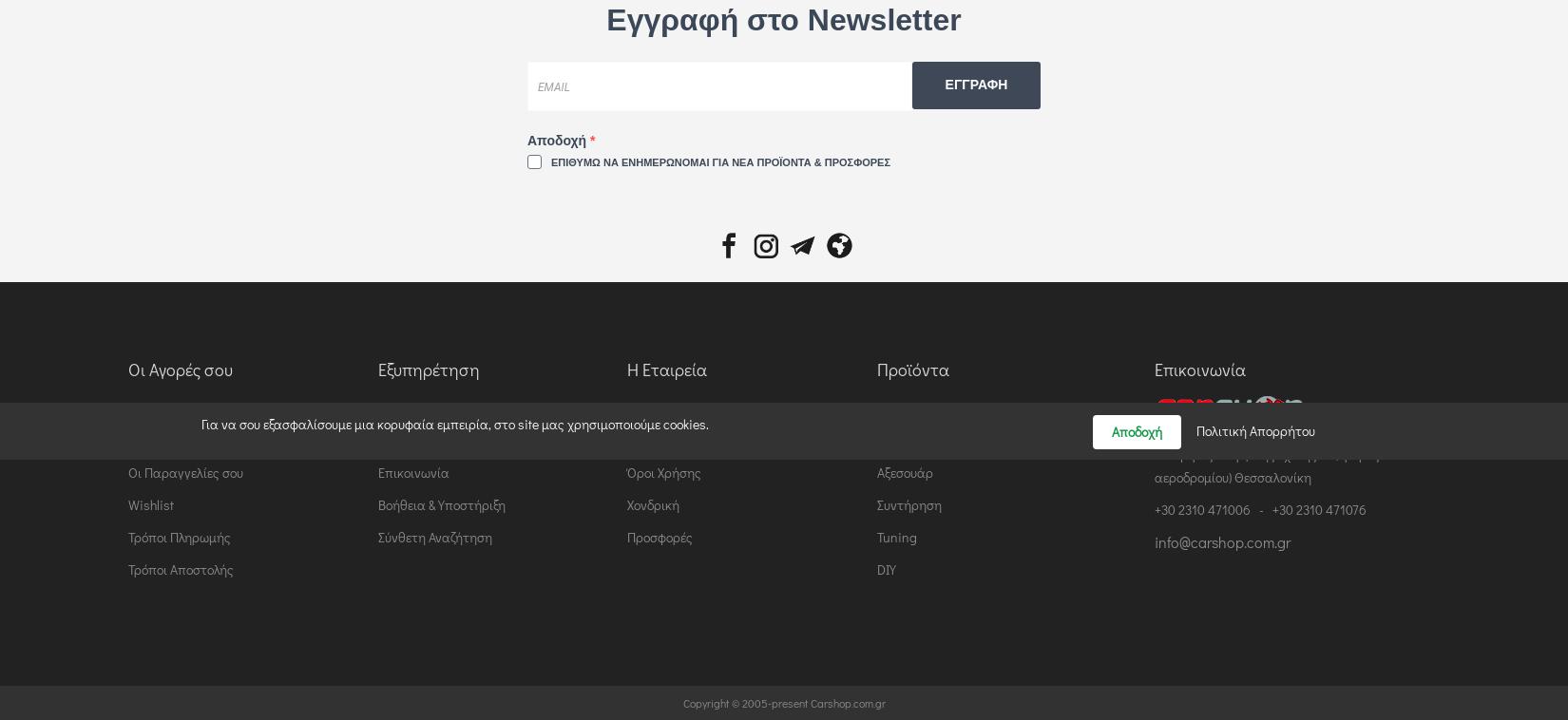  What do you see at coordinates (885, 569) in the screenshot?
I see `'DIY'` at bounding box center [885, 569].